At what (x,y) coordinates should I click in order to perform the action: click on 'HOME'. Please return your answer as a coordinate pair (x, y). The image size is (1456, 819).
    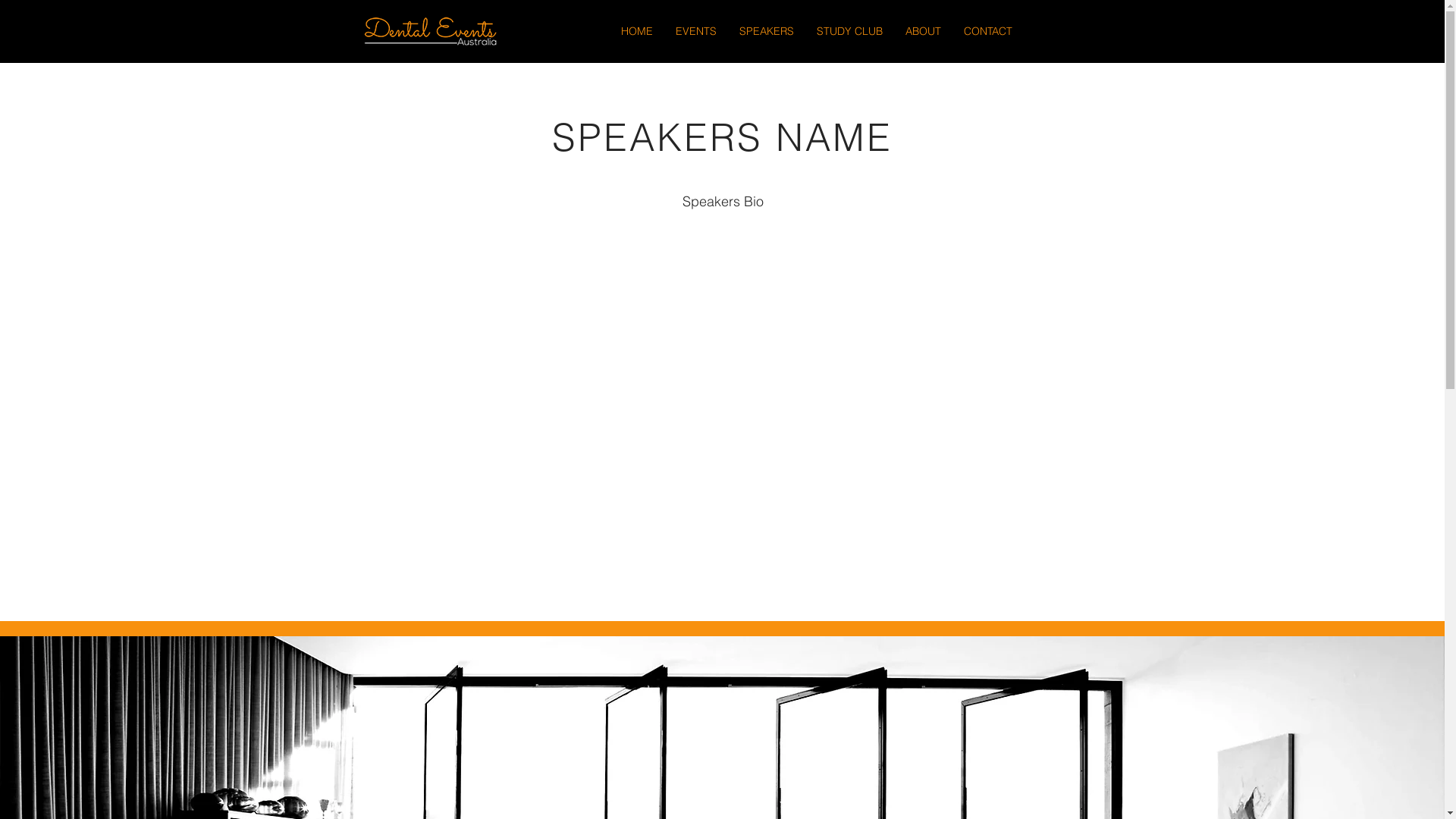
    Looking at the image, I should click on (637, 31).